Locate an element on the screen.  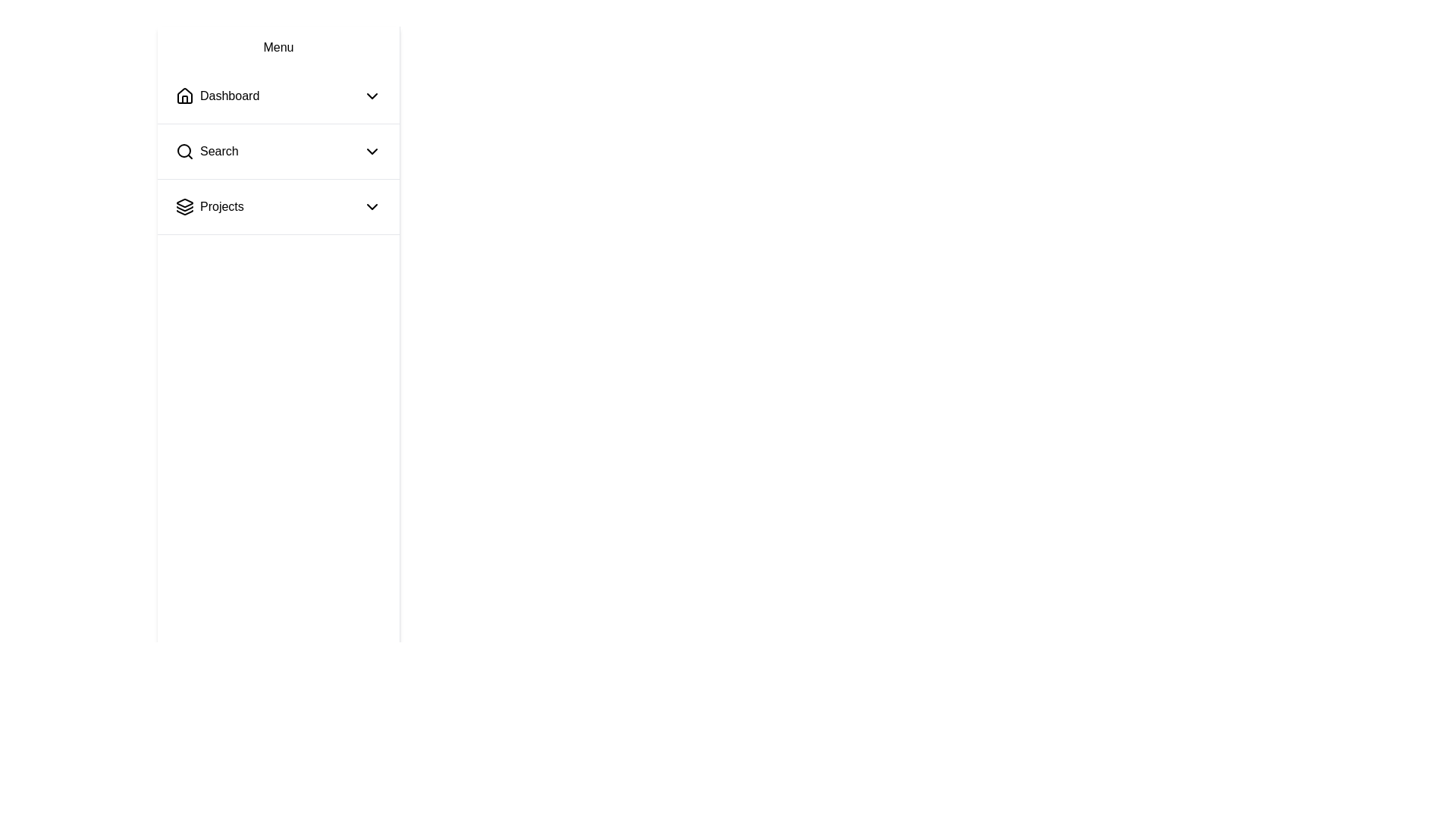
the 'Projects' menu item, which is the third entry in the navigation menu, displaying the word 'Projects' with icons on either side is located at coordinates (278, 207).